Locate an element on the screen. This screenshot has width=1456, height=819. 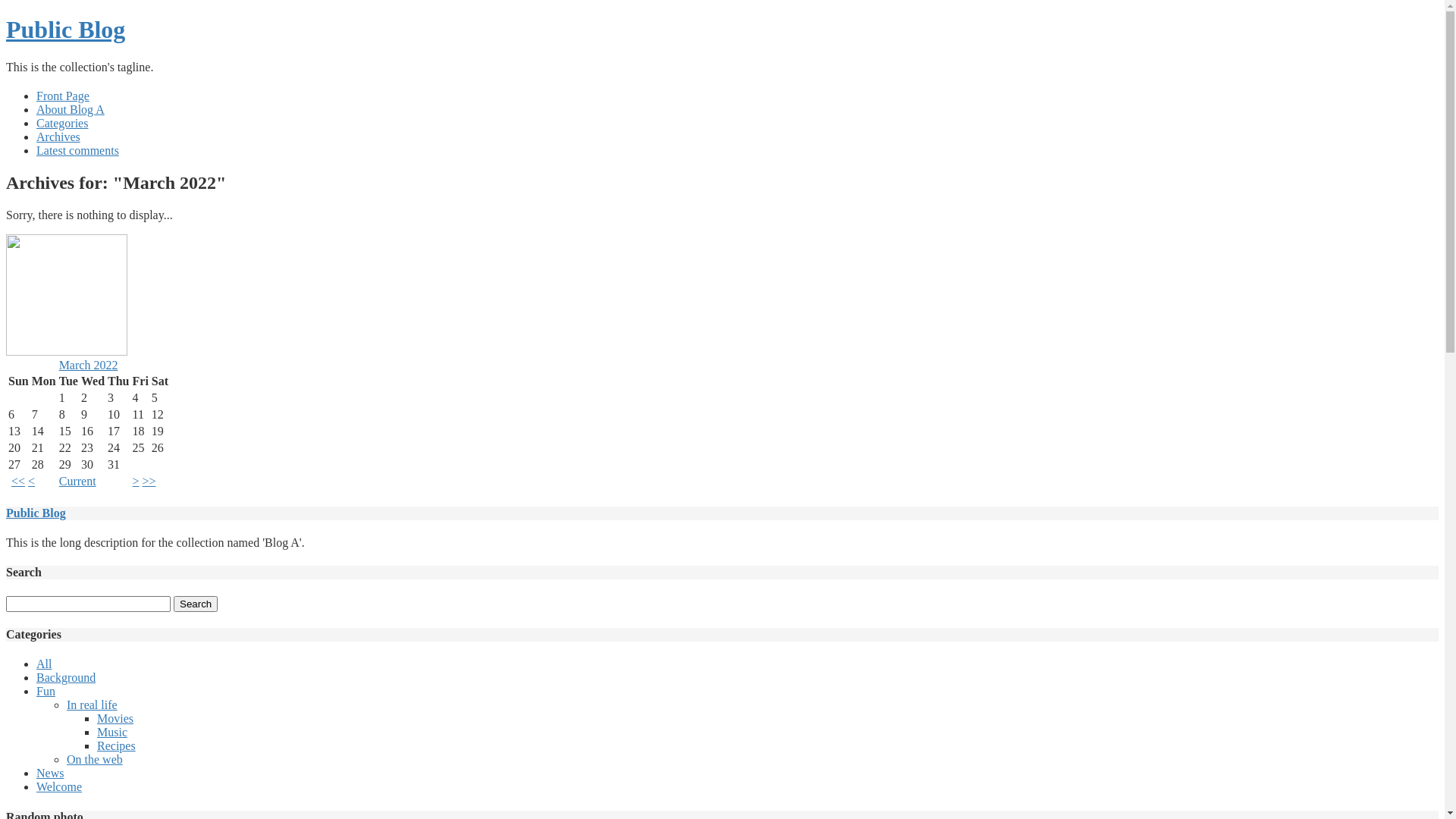
'Latest comments' is located at coordinates (77, 150).